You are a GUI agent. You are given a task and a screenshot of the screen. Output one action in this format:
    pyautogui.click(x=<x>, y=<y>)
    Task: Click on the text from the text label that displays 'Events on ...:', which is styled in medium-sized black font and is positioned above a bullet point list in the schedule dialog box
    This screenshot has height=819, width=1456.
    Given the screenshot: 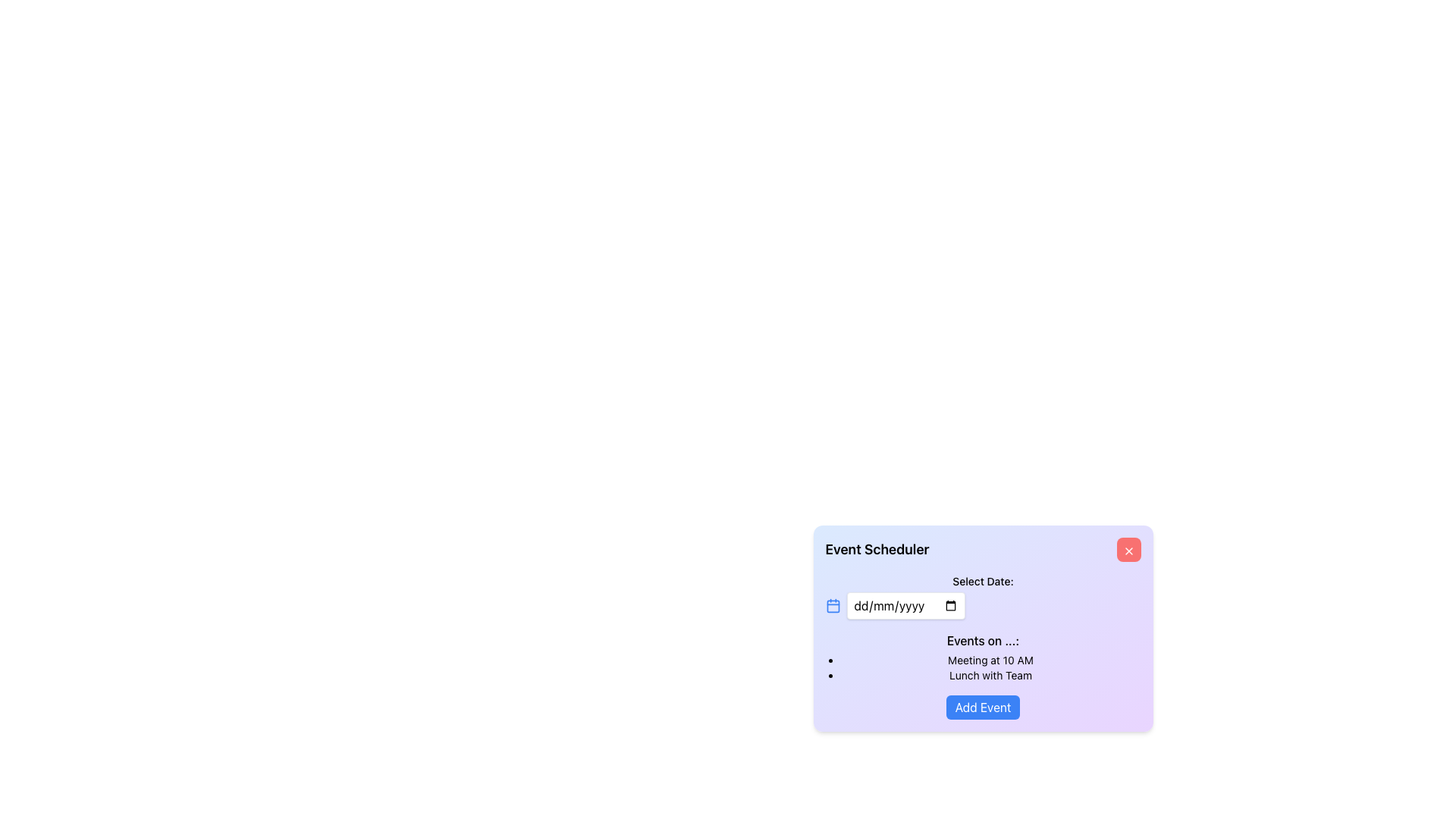 What is the action you would take?
    pyautogui.click(x=983, y=640)
    